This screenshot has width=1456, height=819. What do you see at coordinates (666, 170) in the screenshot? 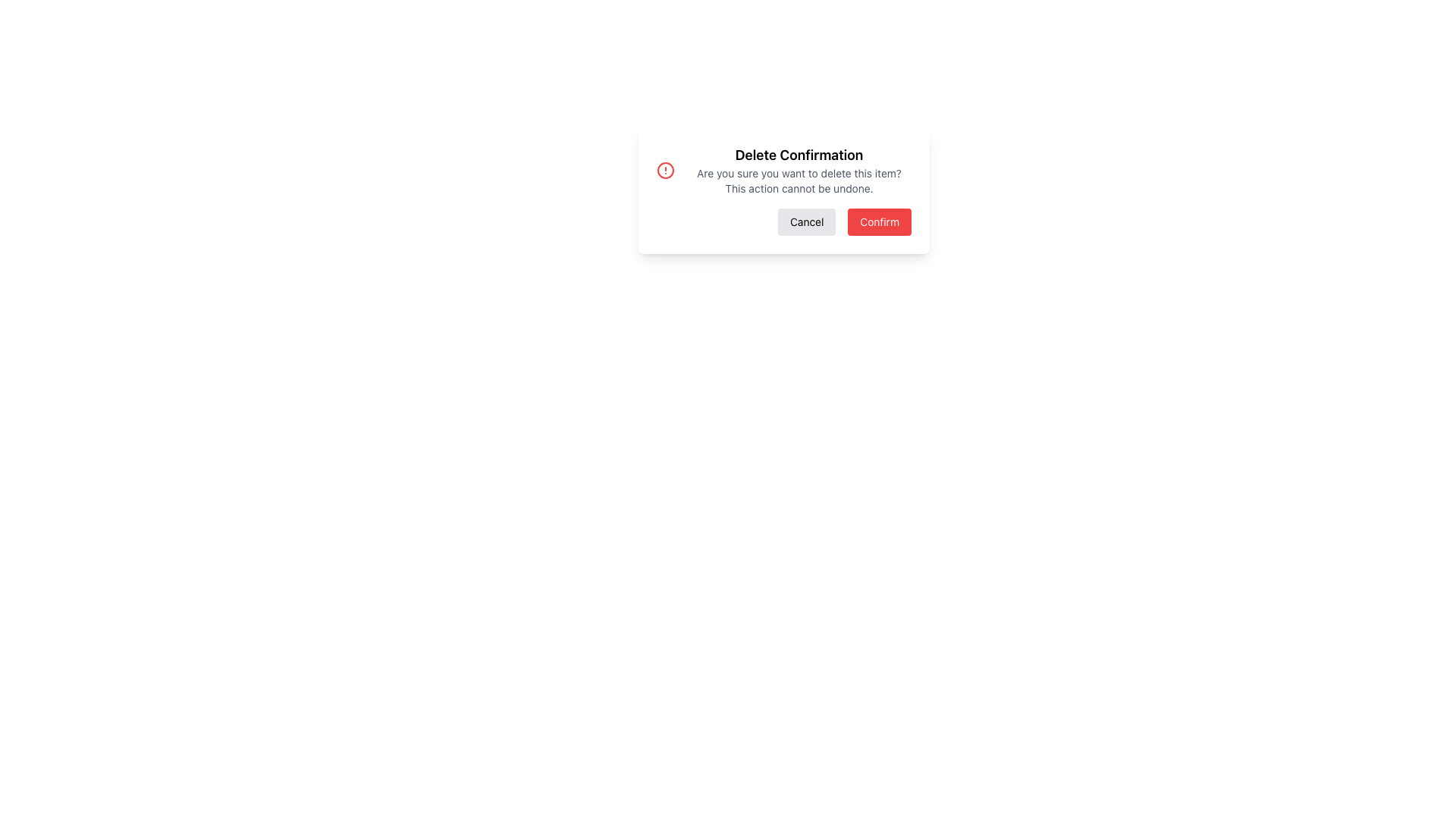
I see `the warning icon located at the top-left corner of the dialog box, adjacent to the 'Delete Confirmation' text` at bounding box center [666, 170].